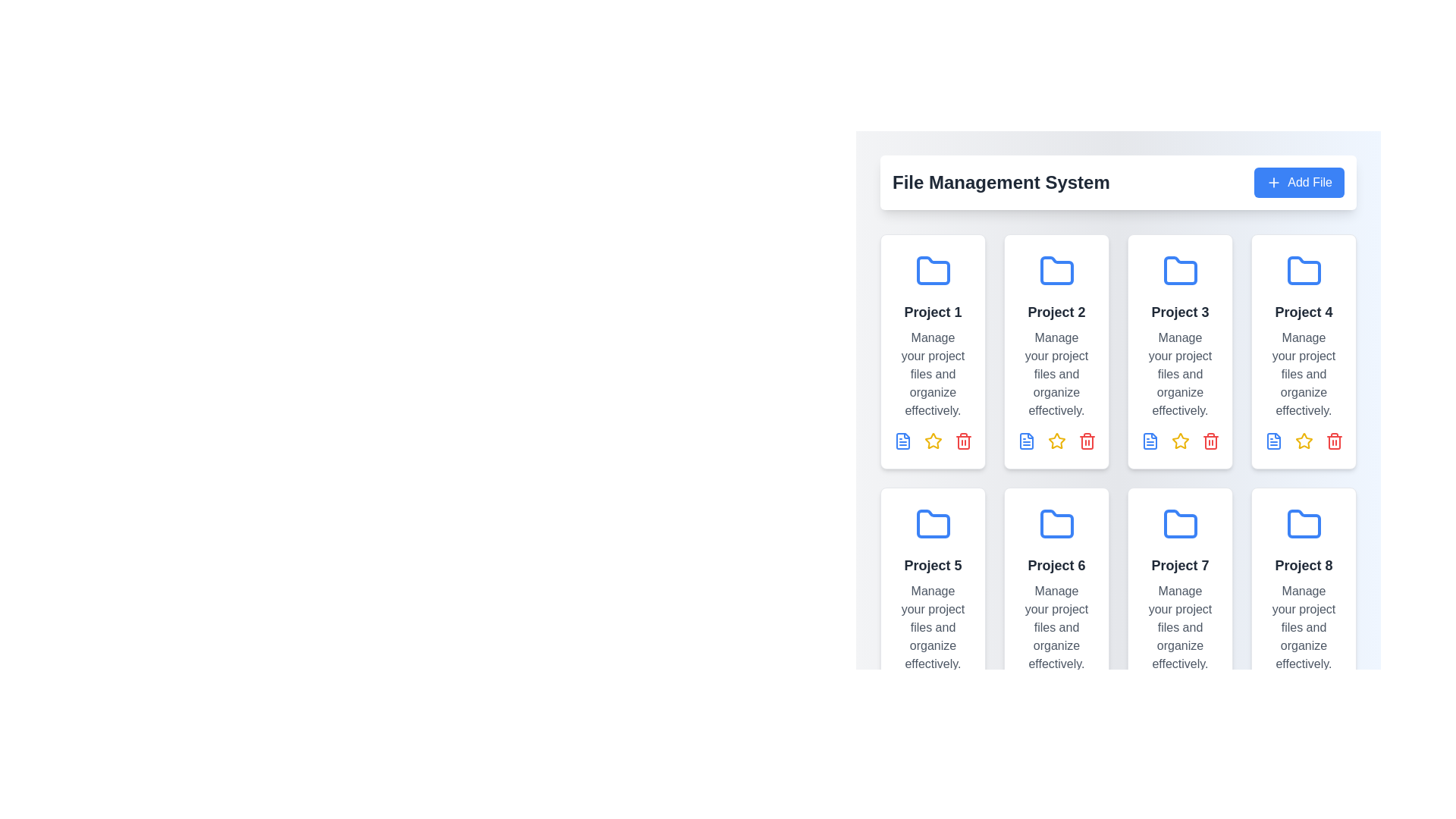  I want to click on the text block that contains the content 'Manage your project files and organize effectively,' which is styled in gray and located below the heading 'Project 5.', so click(932, 628).